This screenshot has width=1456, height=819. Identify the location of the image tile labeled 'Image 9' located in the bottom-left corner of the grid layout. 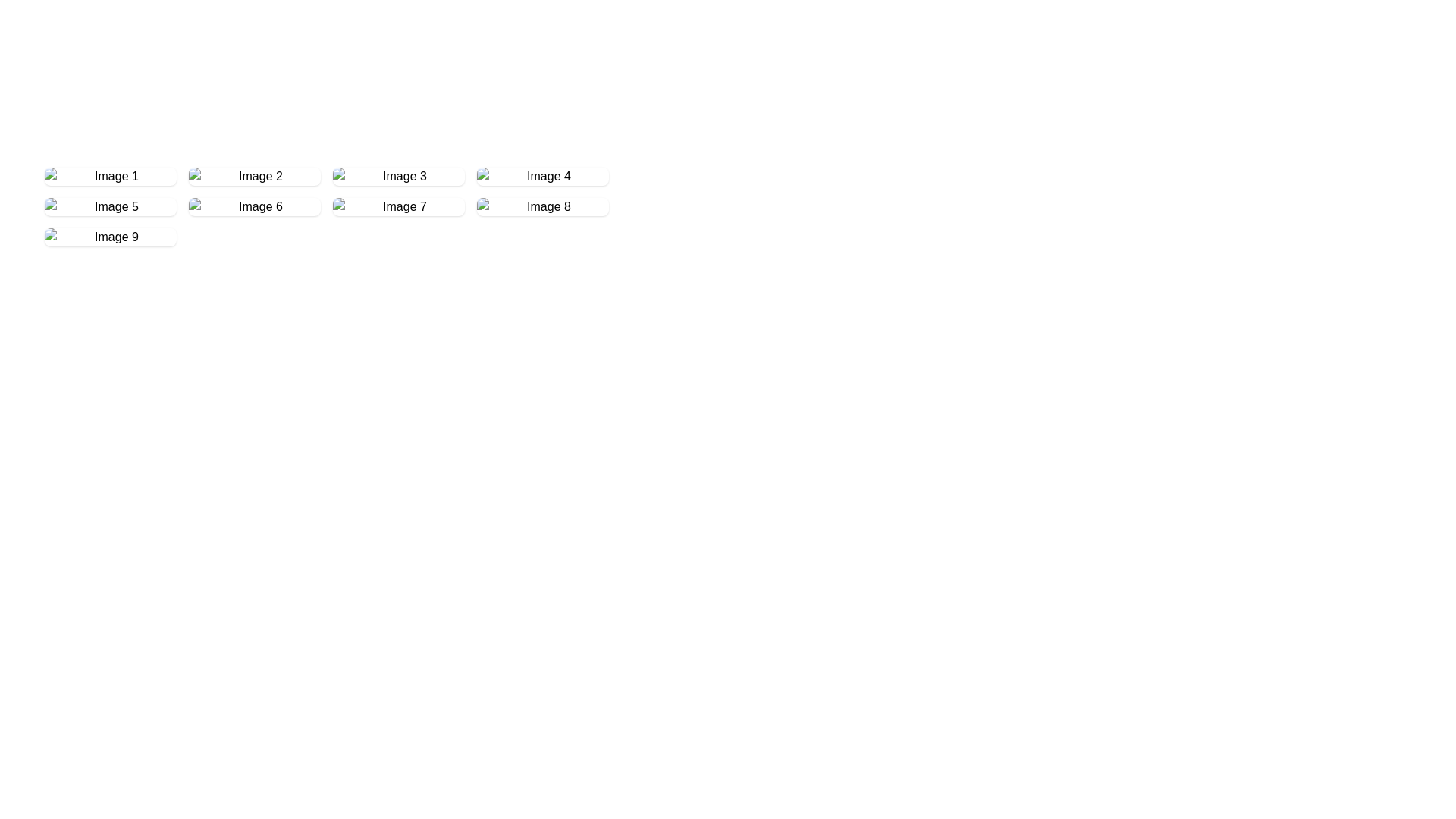
(109, 237).